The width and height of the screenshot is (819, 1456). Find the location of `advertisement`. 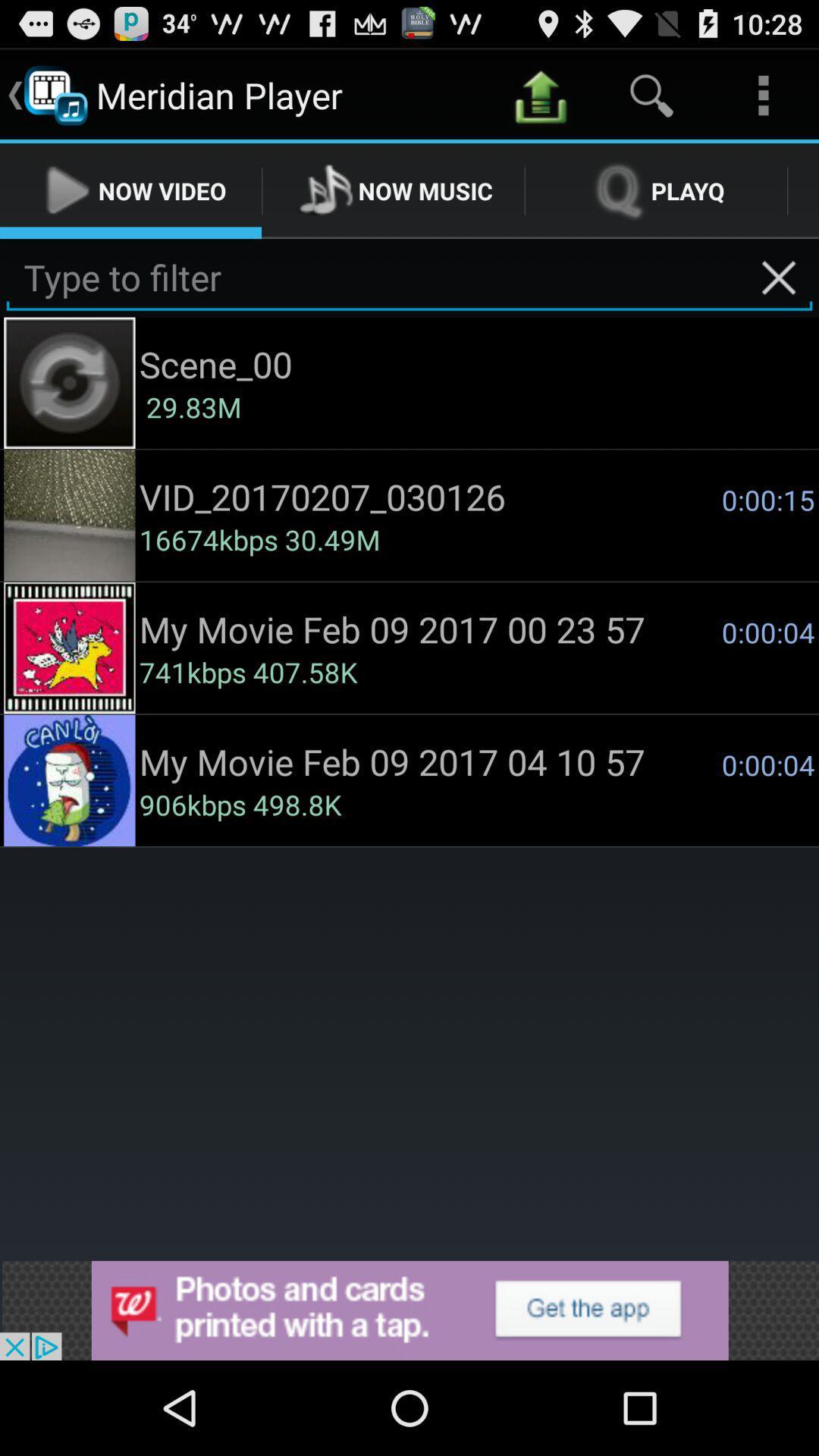

advertisement is located at coordinates (409, 1310).